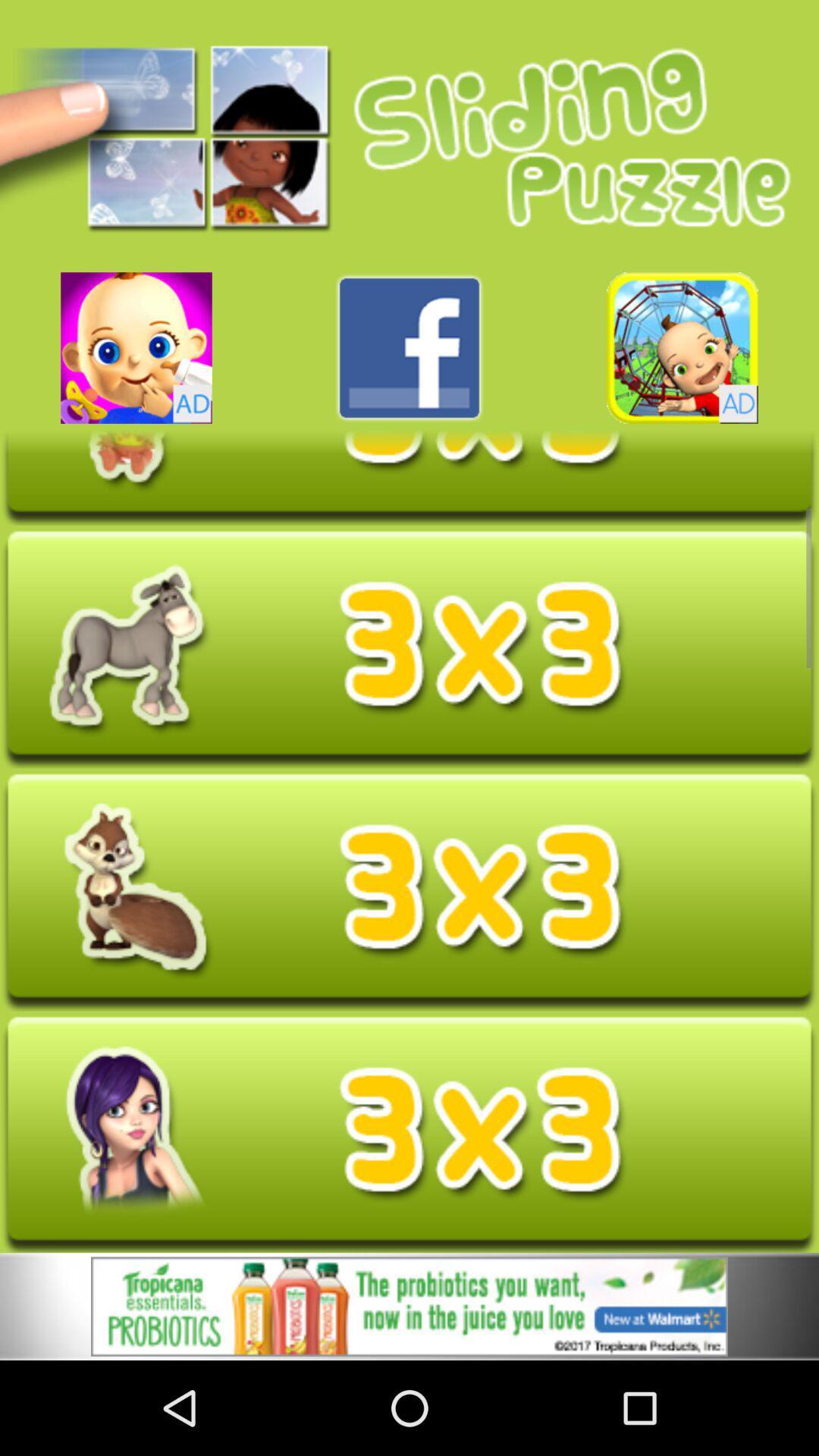 This screenshot has width=819, height=1456. What do you see at coordinates (681, 347) in the screenshot?
I see `open advertisement` at bounding box center [681, 347].